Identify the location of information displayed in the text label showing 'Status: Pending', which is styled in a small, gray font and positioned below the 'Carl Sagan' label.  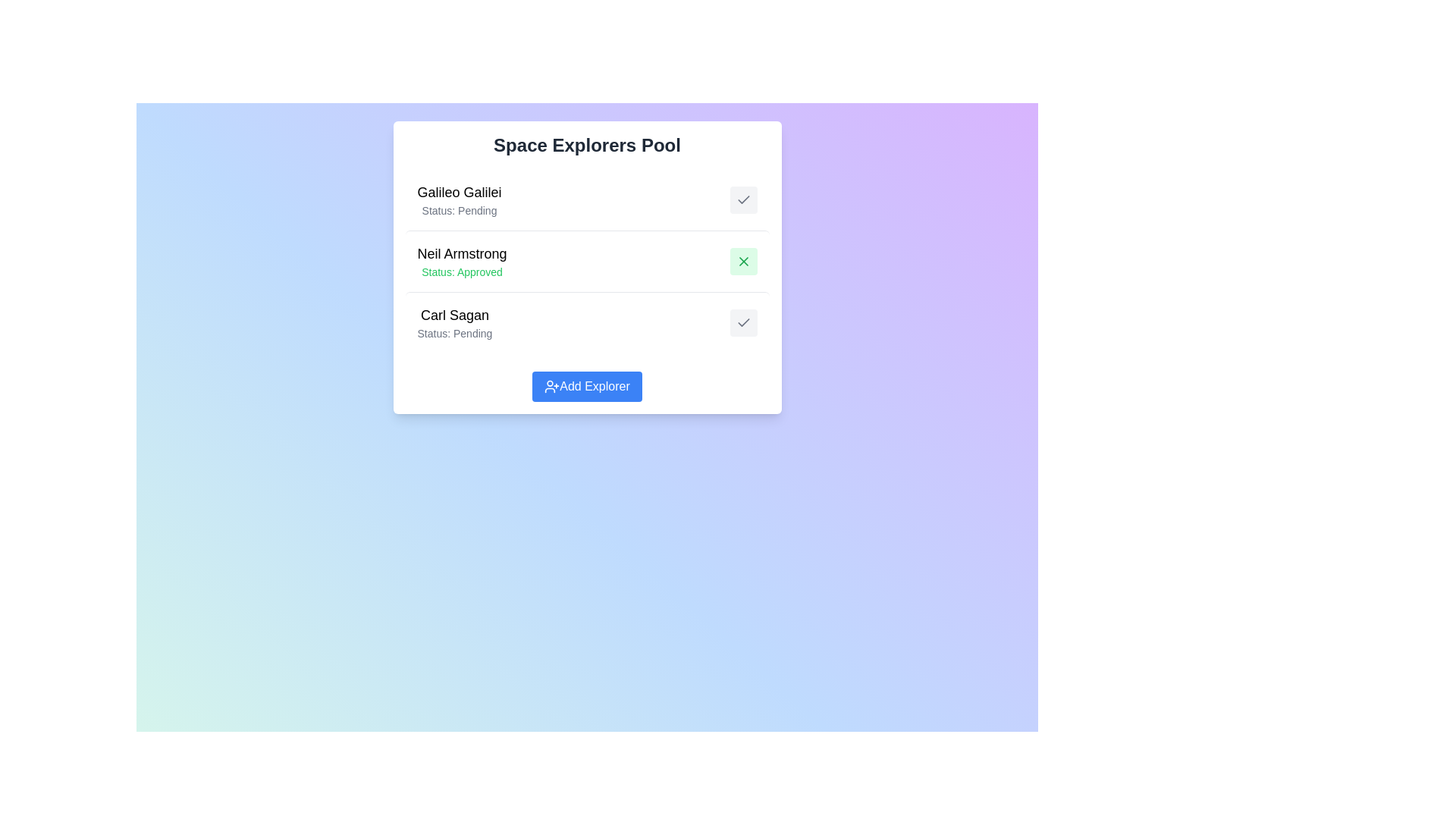
(454, 332).